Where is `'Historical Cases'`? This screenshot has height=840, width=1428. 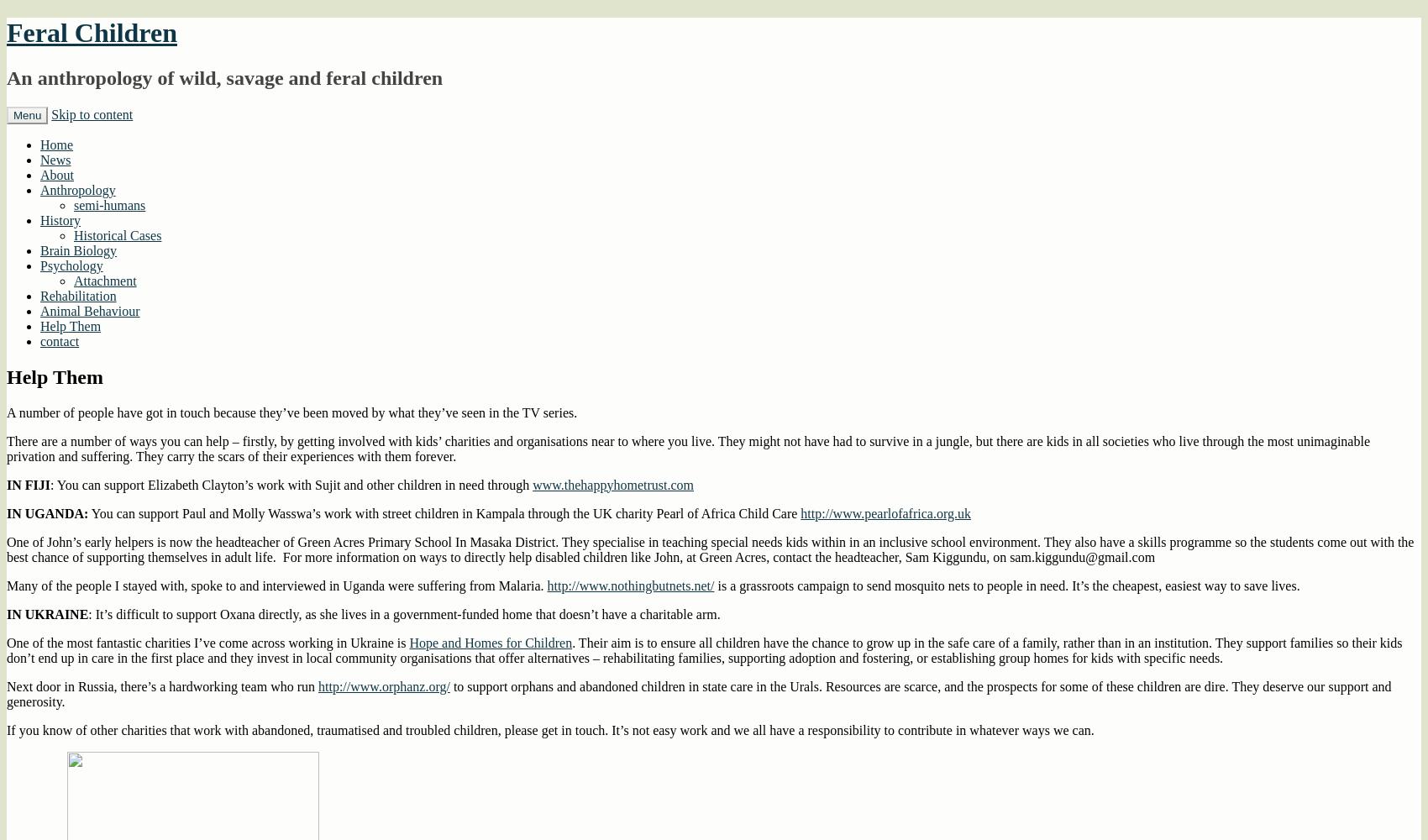 'Historical Cases' is located at coordinates (117, 234).